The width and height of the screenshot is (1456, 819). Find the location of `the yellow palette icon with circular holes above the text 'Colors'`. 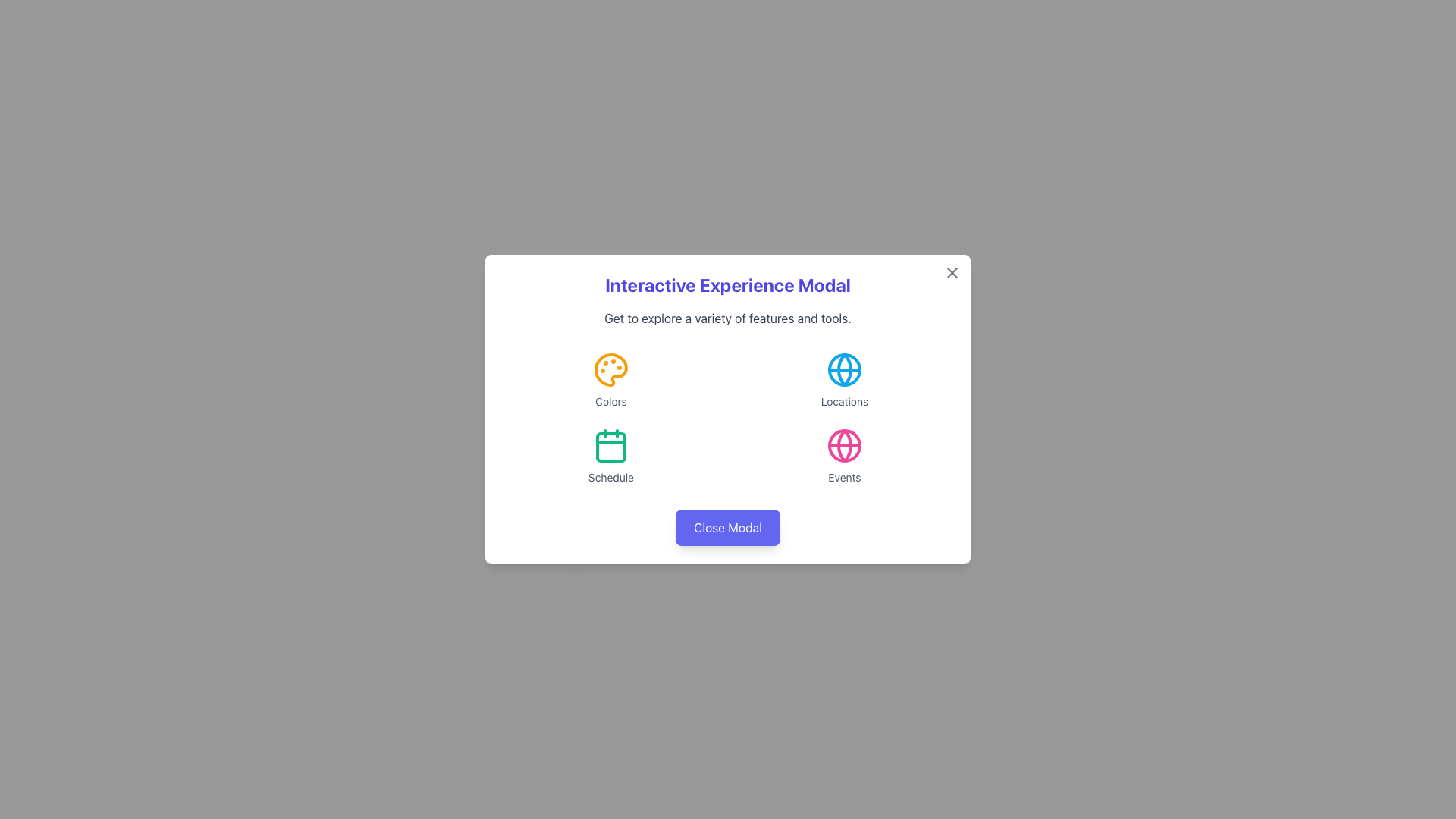

the yellow palette icon with circular holes above the text 'Colors' is located at coordinates (611, 379).